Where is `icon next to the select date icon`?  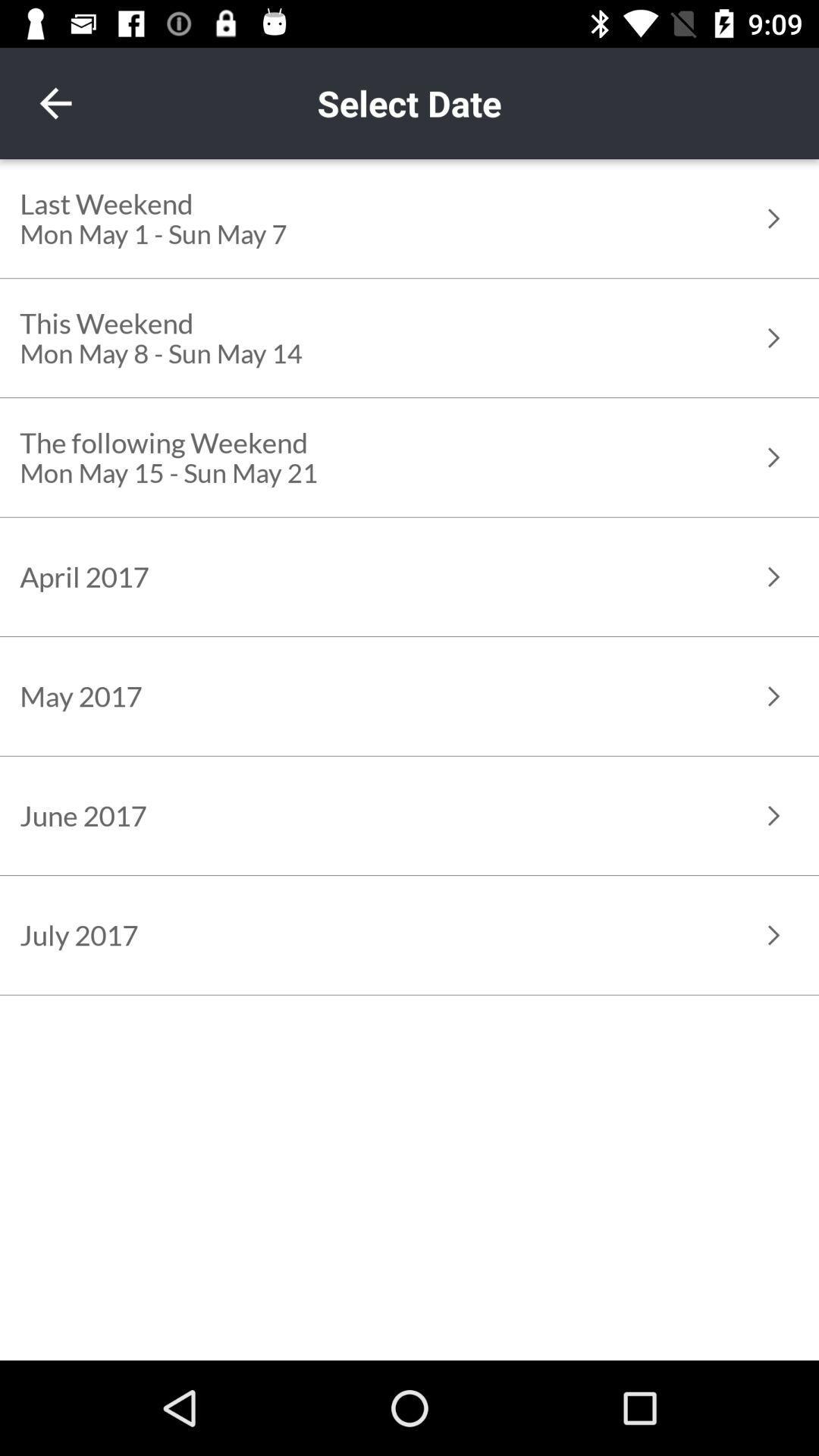
icon next to the select date icon is located at coordinates (55, 102).